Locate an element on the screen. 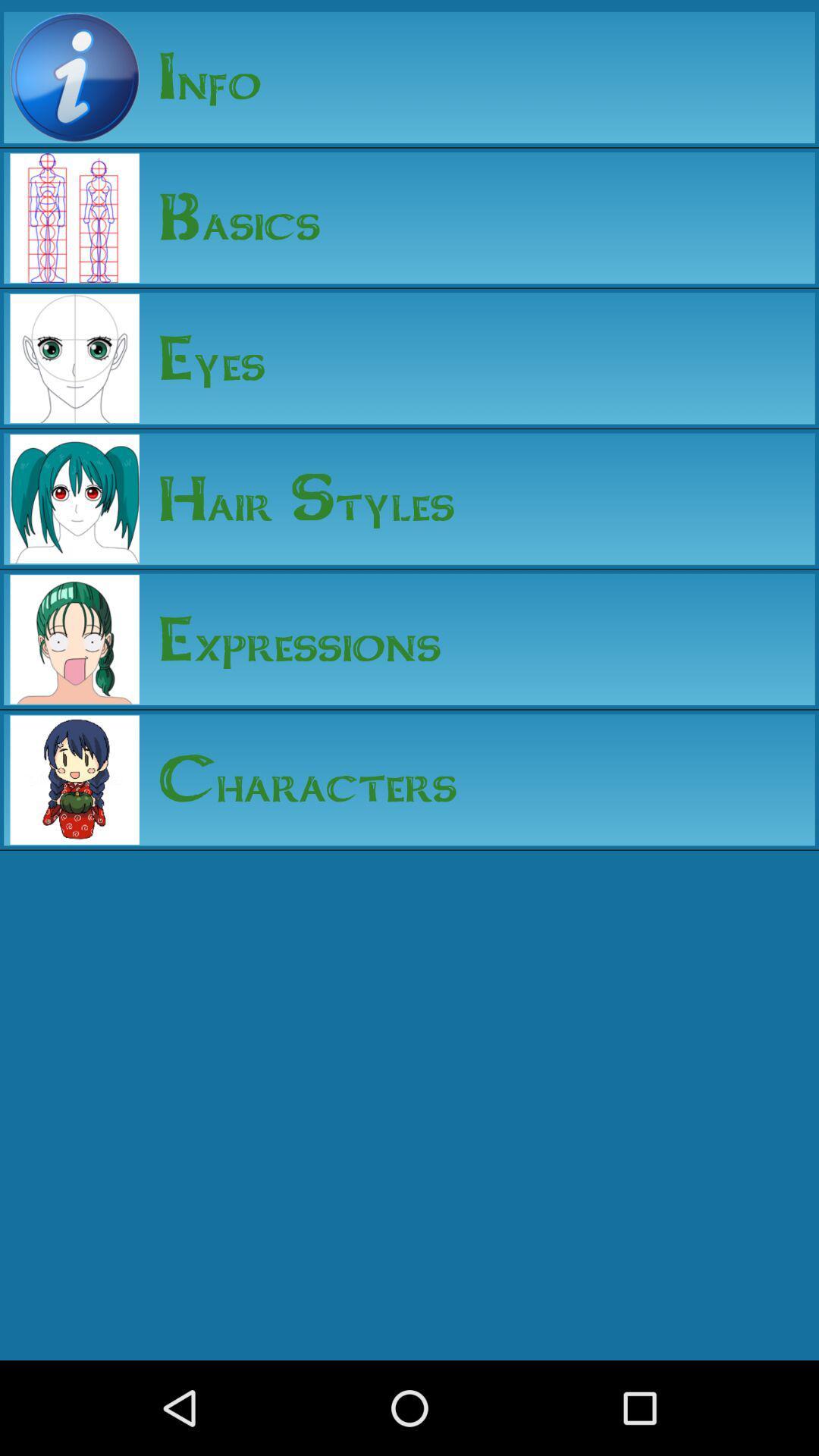  the characters app is located at coordinates (298, 780).